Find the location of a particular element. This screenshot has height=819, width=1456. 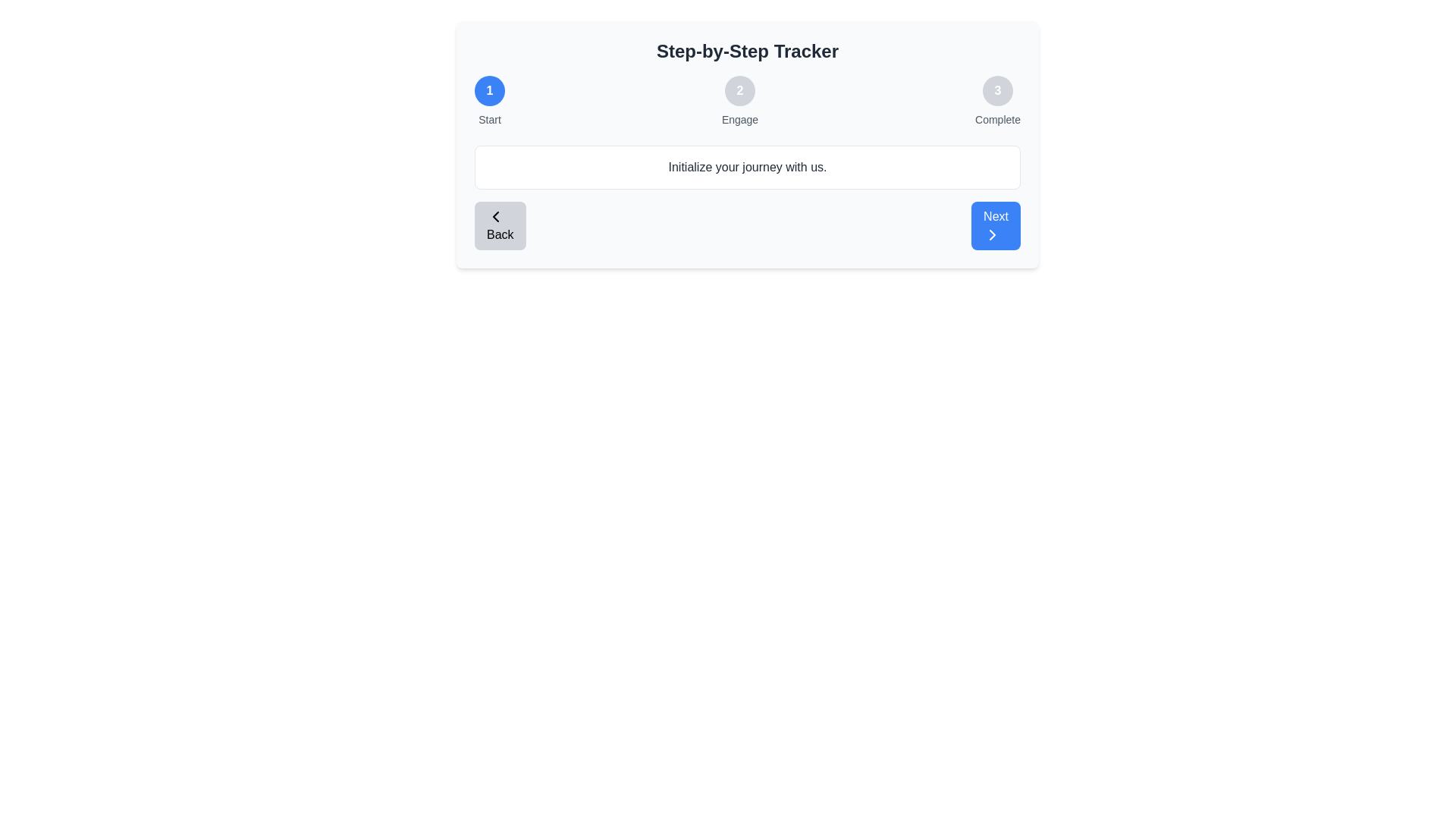

the small text label that displays the word 'Start', which is positioned directly below a blue circular number '1' in a vertical stacking arrangement is located at coordinates (490, 119).